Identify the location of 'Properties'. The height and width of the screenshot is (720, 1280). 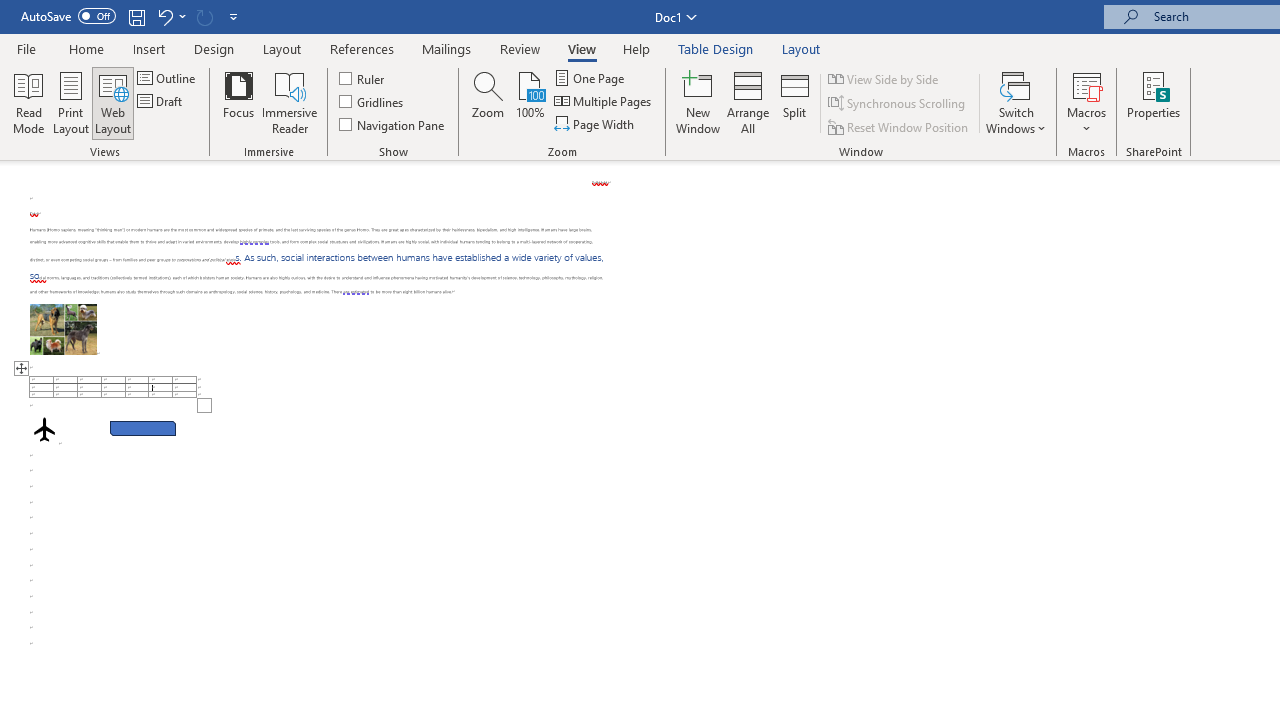
(1153, 103).